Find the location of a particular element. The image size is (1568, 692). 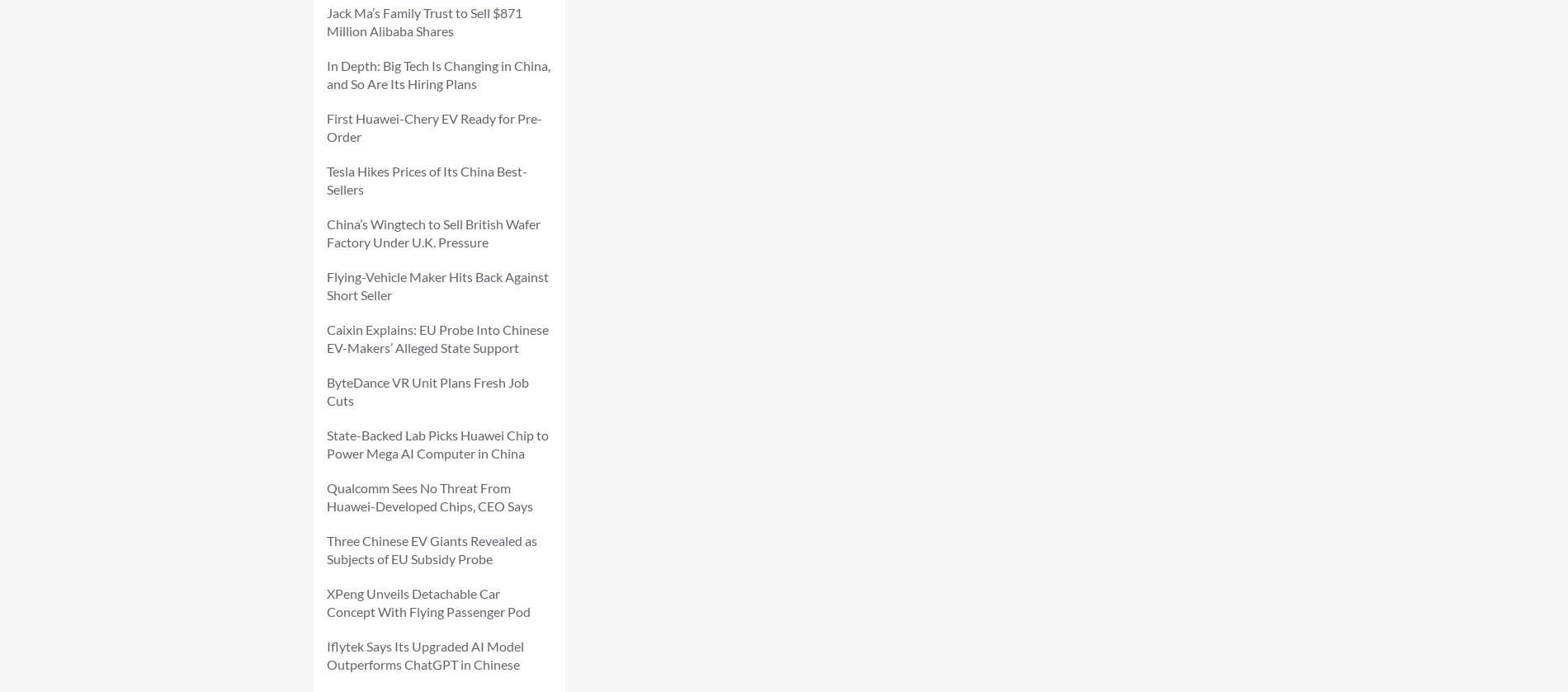

'Tesla Hikes Prices of Its China Best-Sellers' is located at coordinates (427, 180).